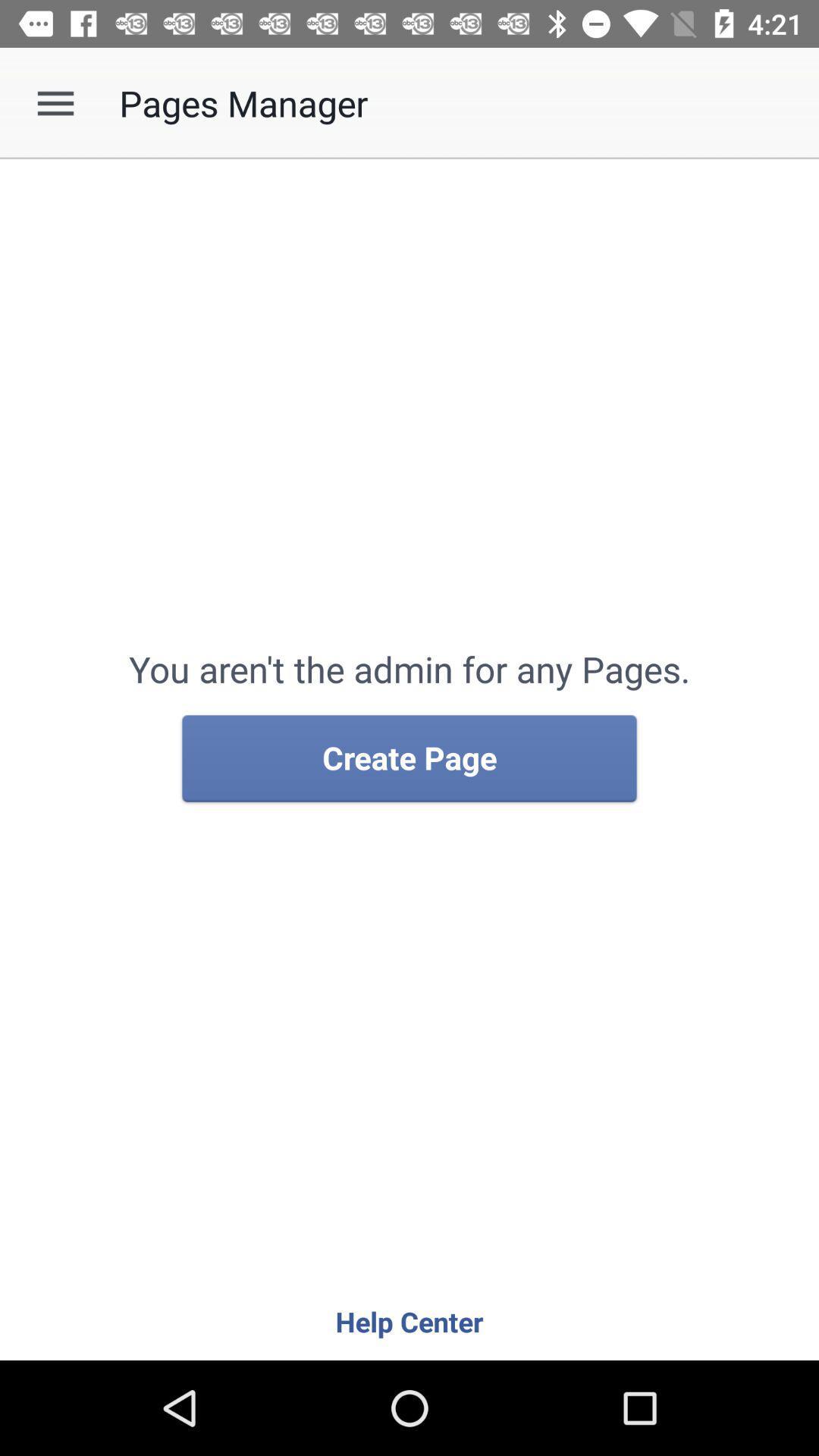  What do you see at coordinates (409, 759) in the screenshot?
I see `the icon below you aren t icon` at bounding box center [409, 759].